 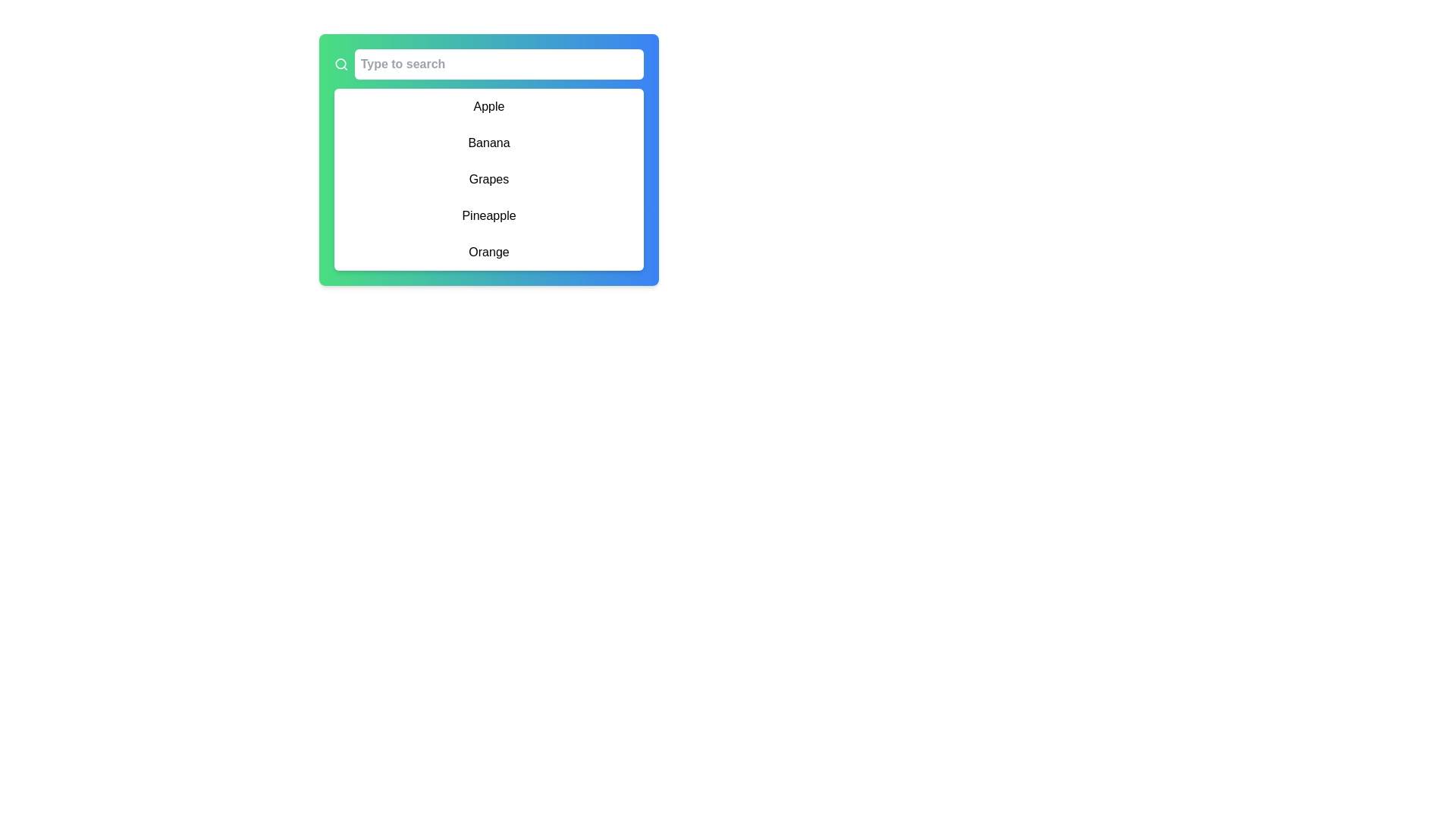 I want to click on the selectable list item displaying the word 'Banana', so click(x=488, y=143).